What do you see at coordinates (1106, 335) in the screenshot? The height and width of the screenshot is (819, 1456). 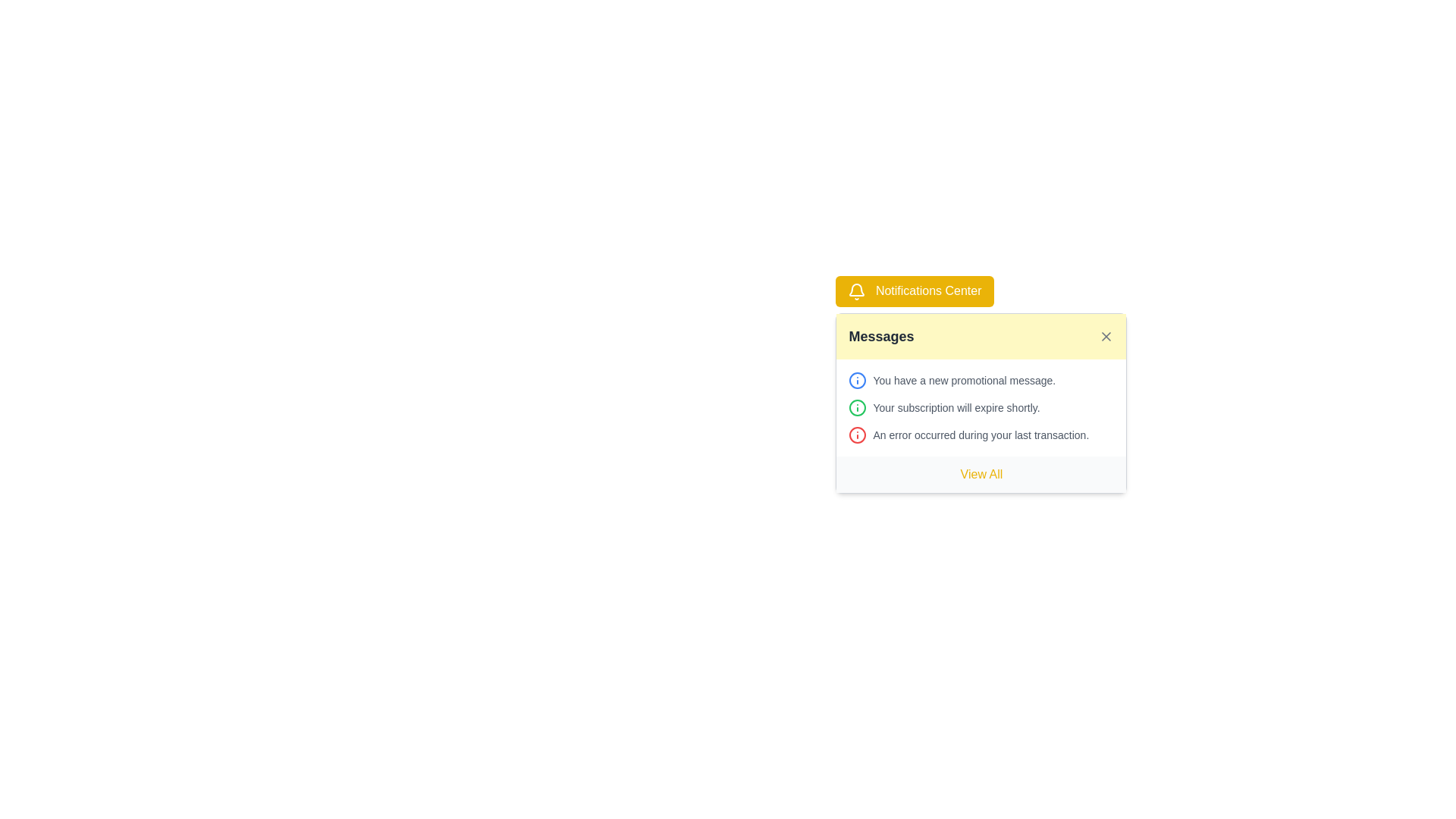 I see `the close button located at the top-right corner of the yellow 'Messages' section` at bounding box center [1106, 335].